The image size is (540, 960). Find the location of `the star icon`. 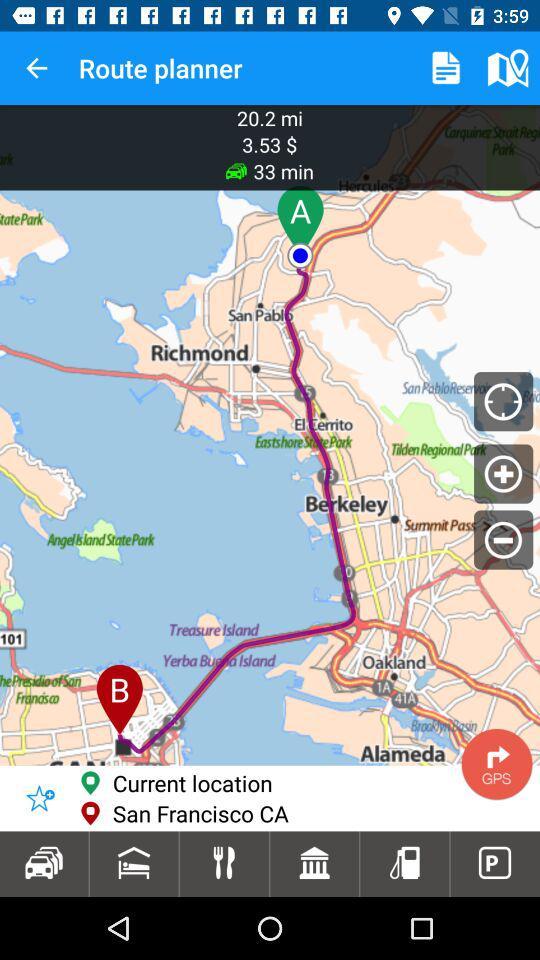

the star icon is located at coordinates (40, 798).